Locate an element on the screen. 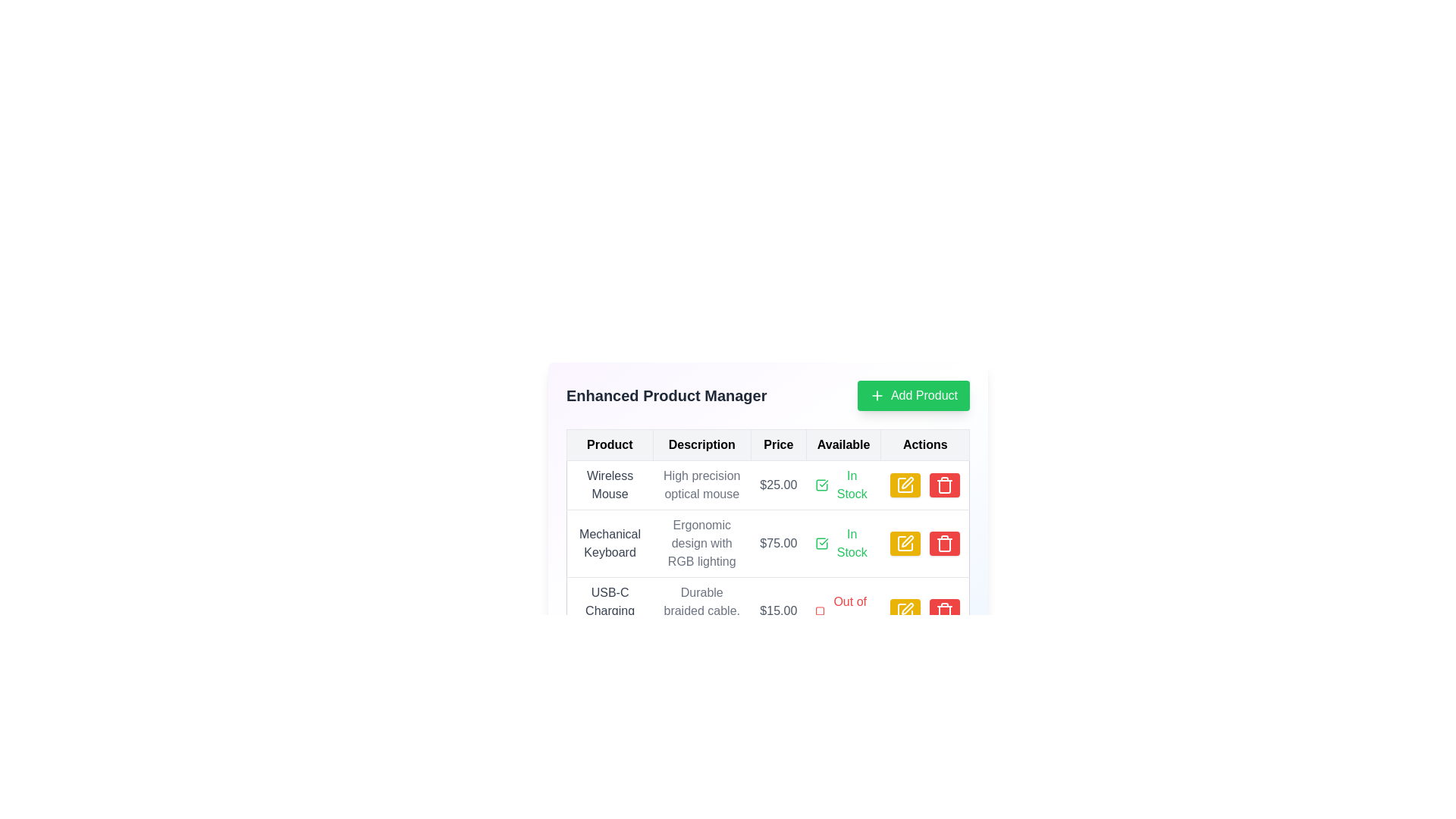 The height and width of the screenshot is (819, 1456). the left button in the Button group for the 'Mechanical Keyboard' product to initiate an edit action is located at coordinates (924, 543).